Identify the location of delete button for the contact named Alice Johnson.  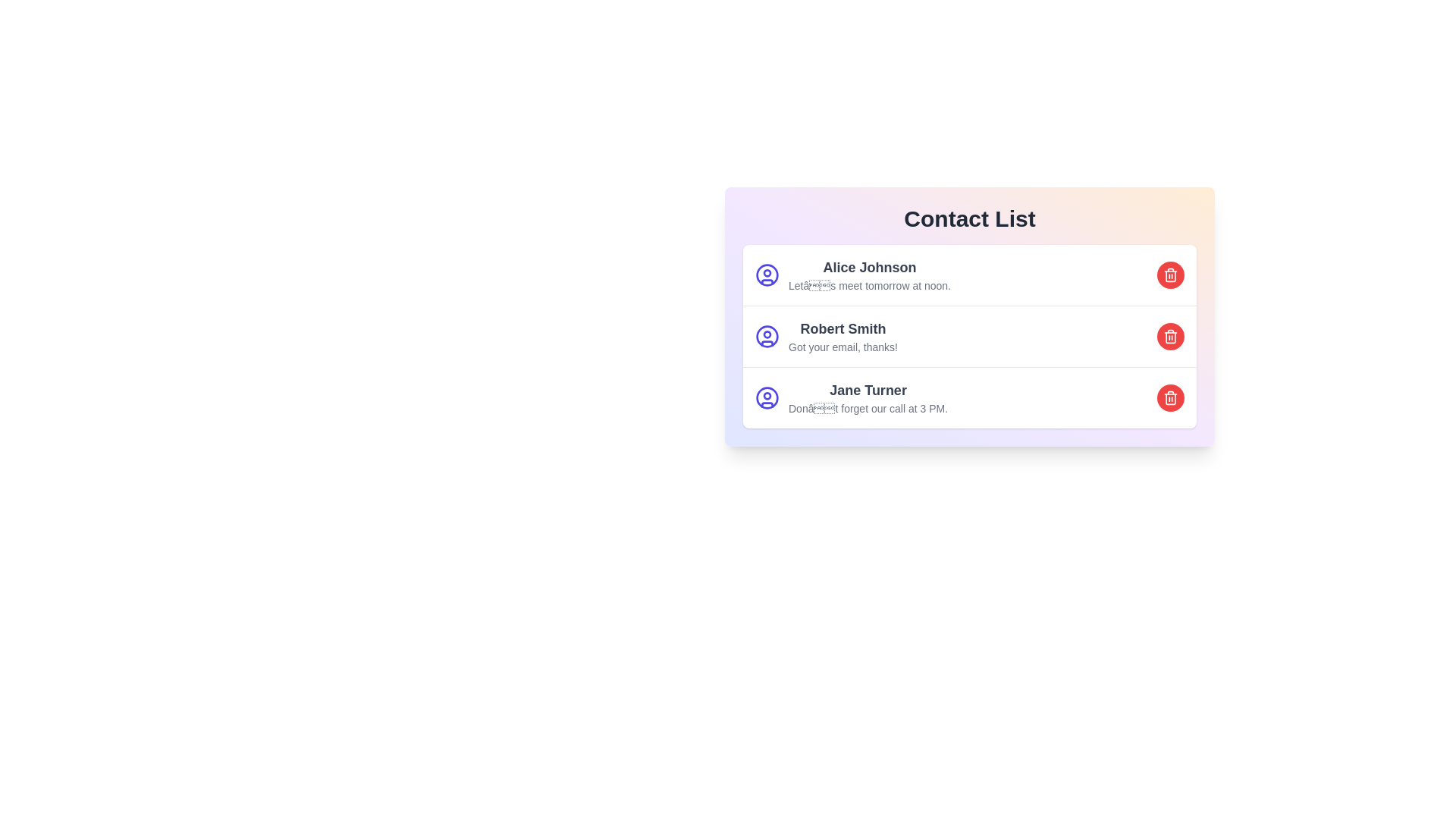
(1170, 275).